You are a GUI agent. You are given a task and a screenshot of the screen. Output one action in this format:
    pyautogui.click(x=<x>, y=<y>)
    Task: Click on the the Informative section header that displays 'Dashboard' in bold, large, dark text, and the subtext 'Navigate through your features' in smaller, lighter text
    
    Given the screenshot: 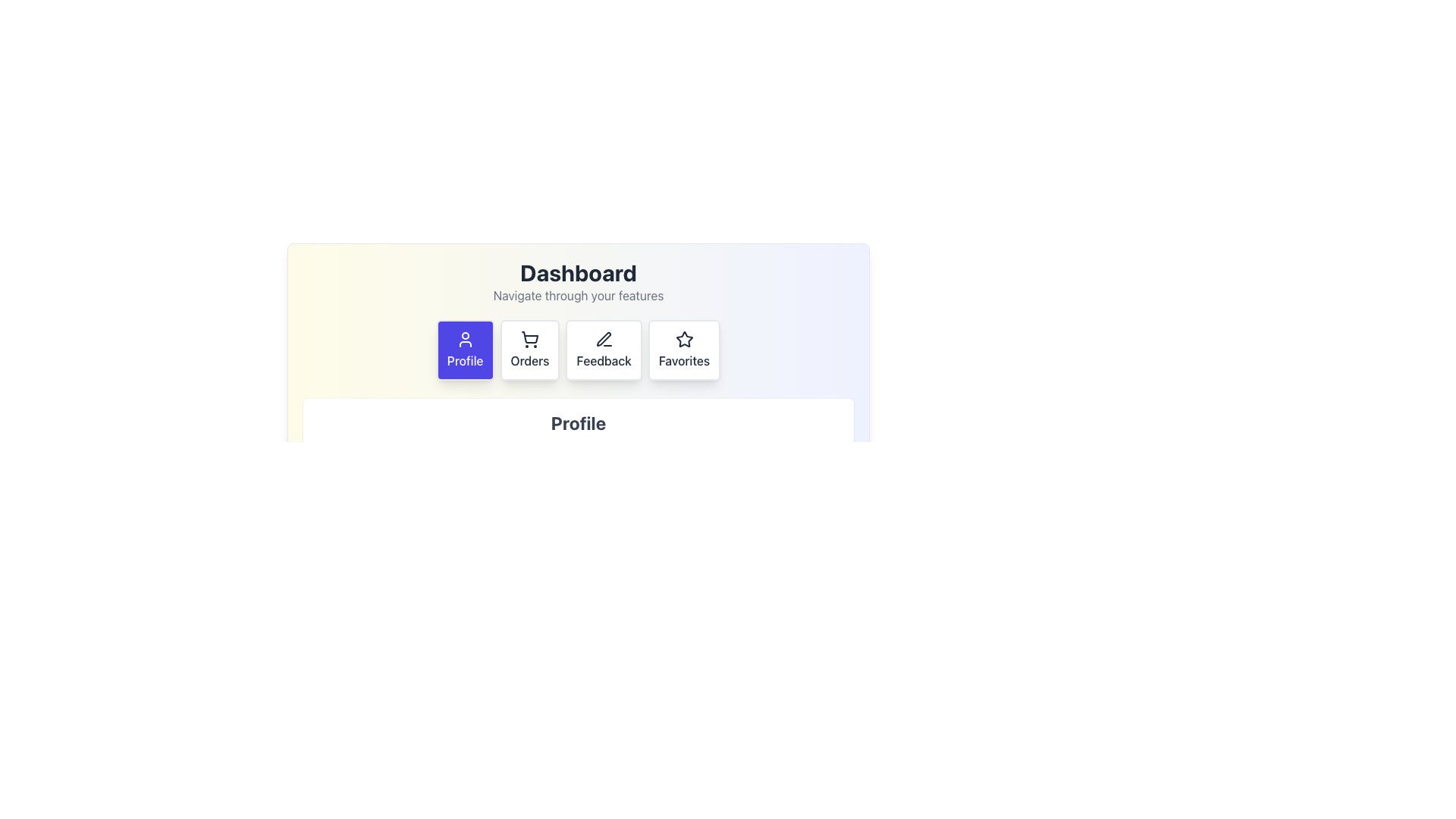 What is the action you would take?
    pyautogui.click(x=578, y=281)
    